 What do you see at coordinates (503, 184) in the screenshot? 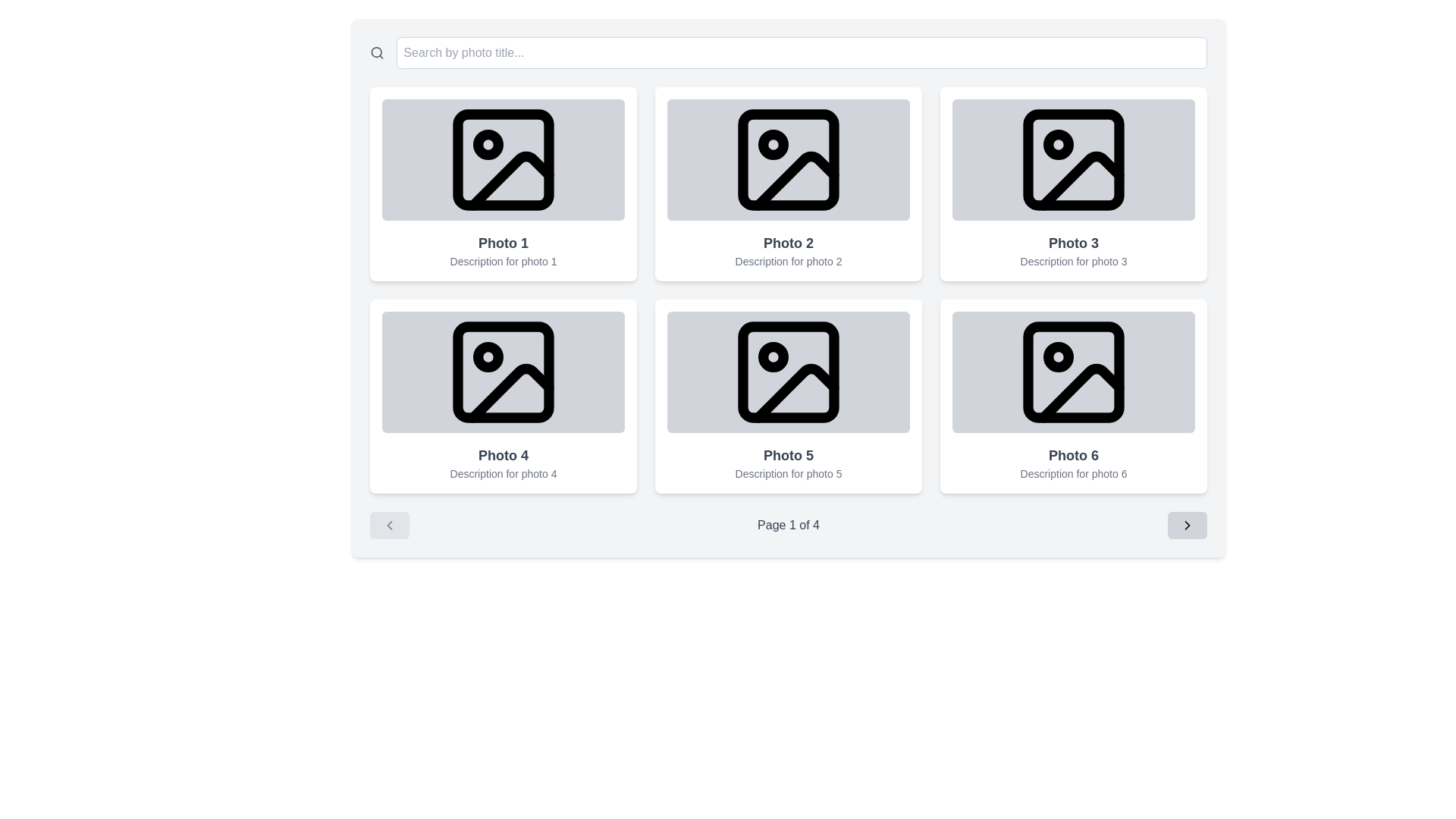
I see `the card containing an image and text descriptions, which features 'Photo 1' in bold and 'Description for photo 1'` at bounding box center [503, 184].